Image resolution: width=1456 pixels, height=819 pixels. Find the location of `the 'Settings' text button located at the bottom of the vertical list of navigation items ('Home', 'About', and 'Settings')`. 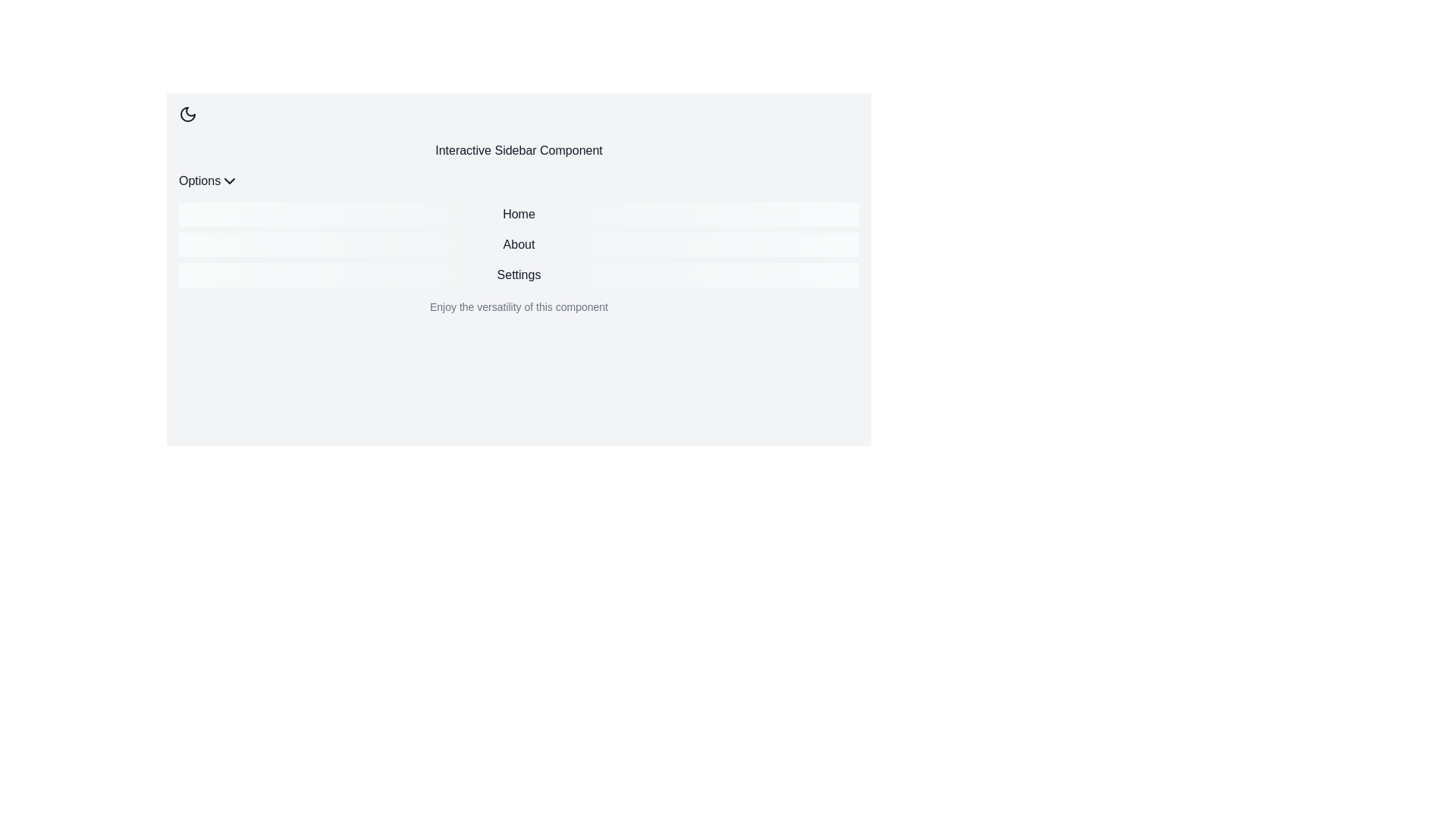

the 'Settings' text button located at the bottom of the vertical list of navigation items ('Home', 'About', and 'Settings') is located at coordinates (519, 275).